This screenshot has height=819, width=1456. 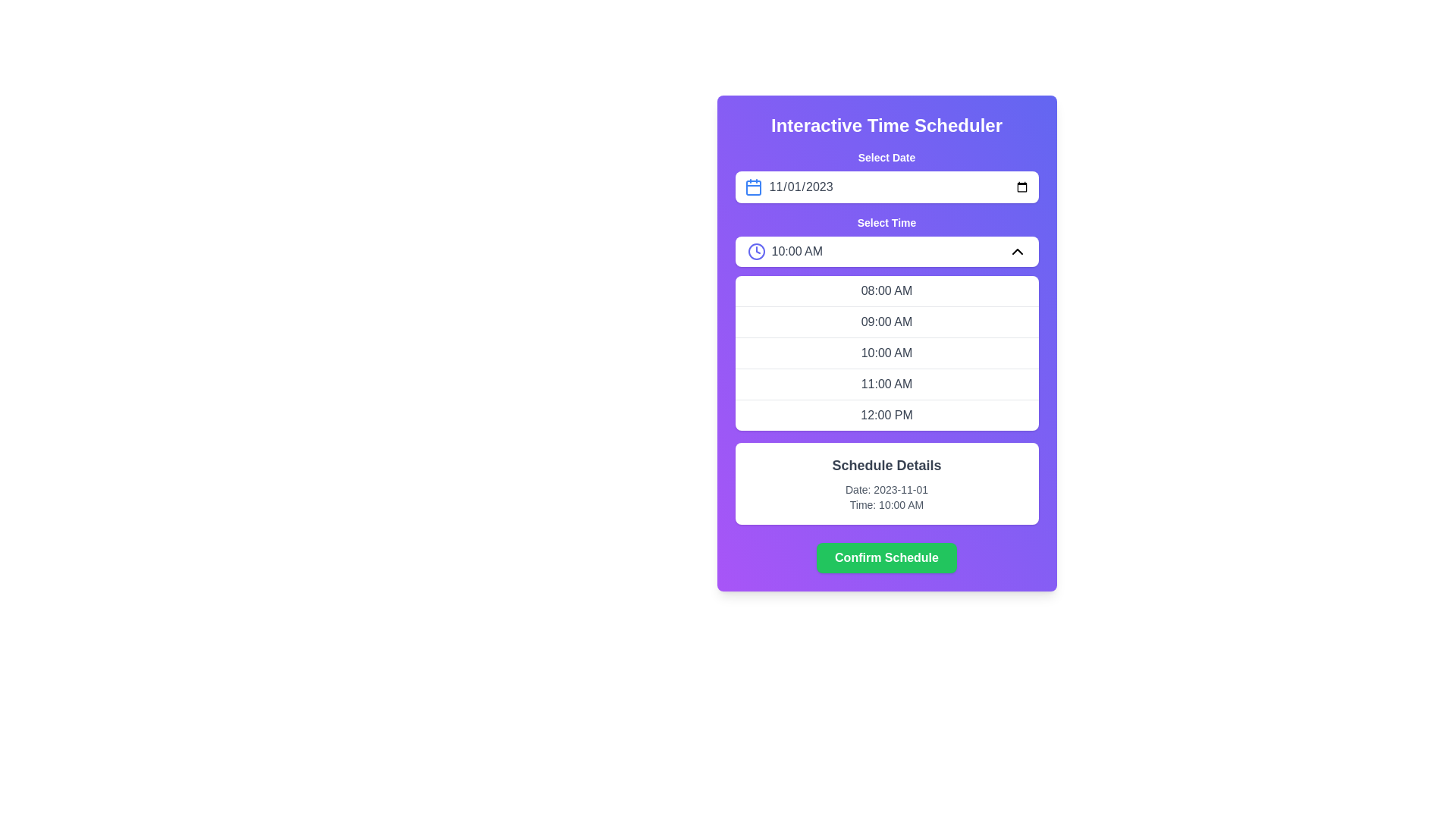 What do you see at coordinates (753, 186) in the screenshot?
I see `the calendar icon with a blue outline representing a square with rounded corners, located in the 'Select Date' section to the left of the date input field` at bounding box center [753, 186].